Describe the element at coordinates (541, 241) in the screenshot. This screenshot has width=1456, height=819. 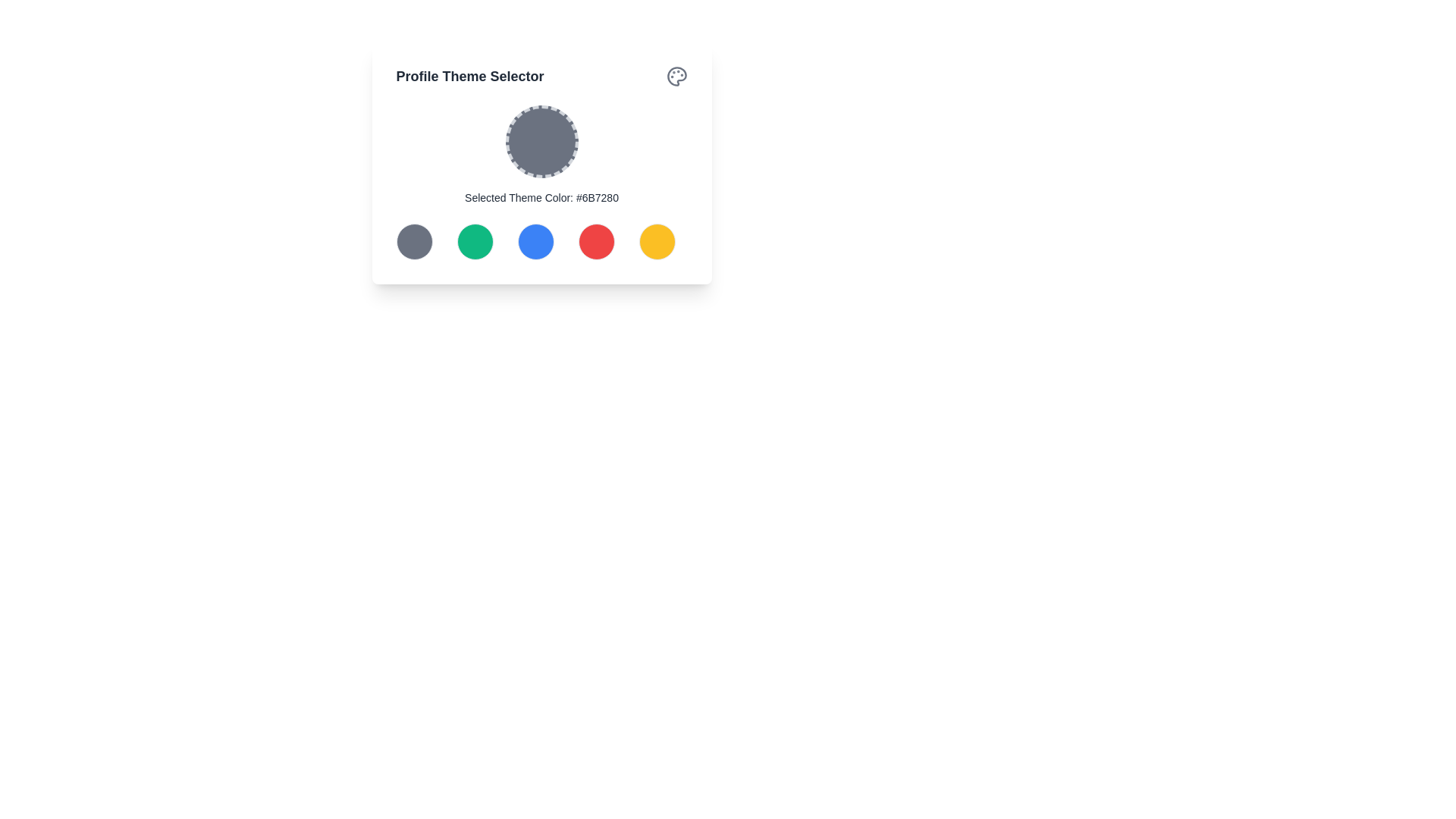
I see `the color circle in the Grid layout of the 'Profile Theme Selector' card` at that location.